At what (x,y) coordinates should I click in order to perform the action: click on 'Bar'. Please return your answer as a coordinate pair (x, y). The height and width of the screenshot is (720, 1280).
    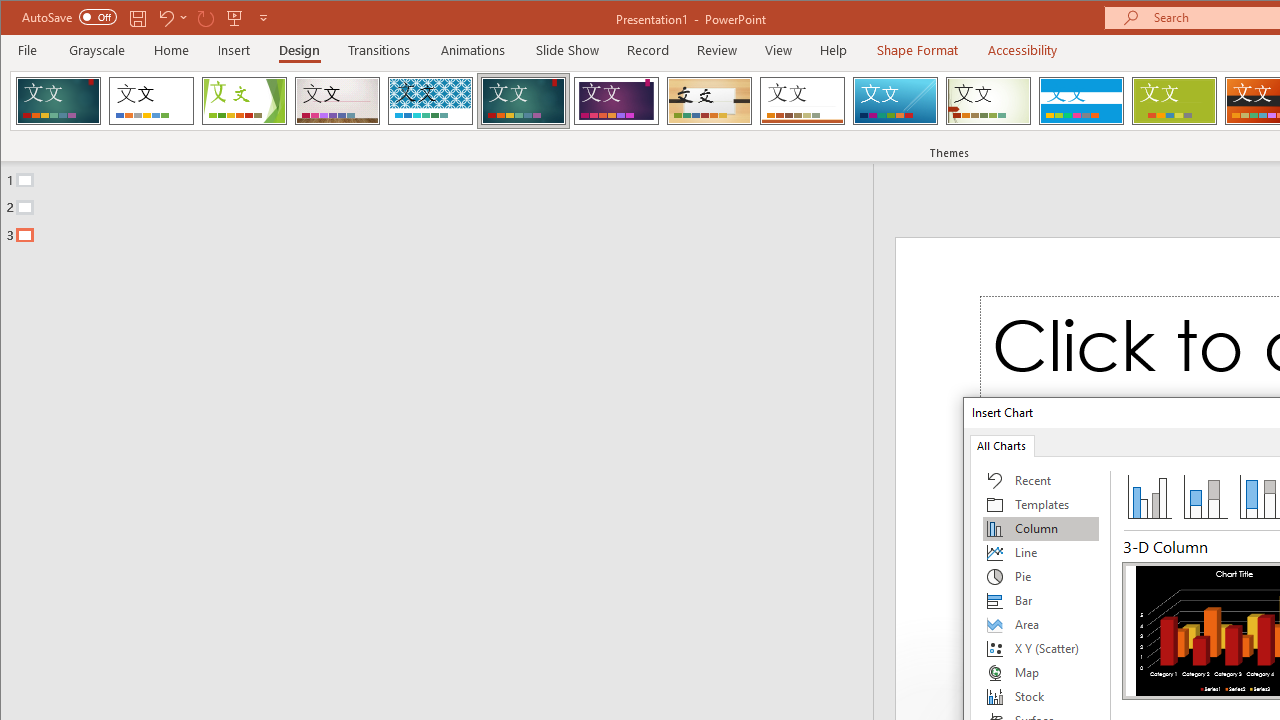
    Looking at the image, I should click on (1040, 599).